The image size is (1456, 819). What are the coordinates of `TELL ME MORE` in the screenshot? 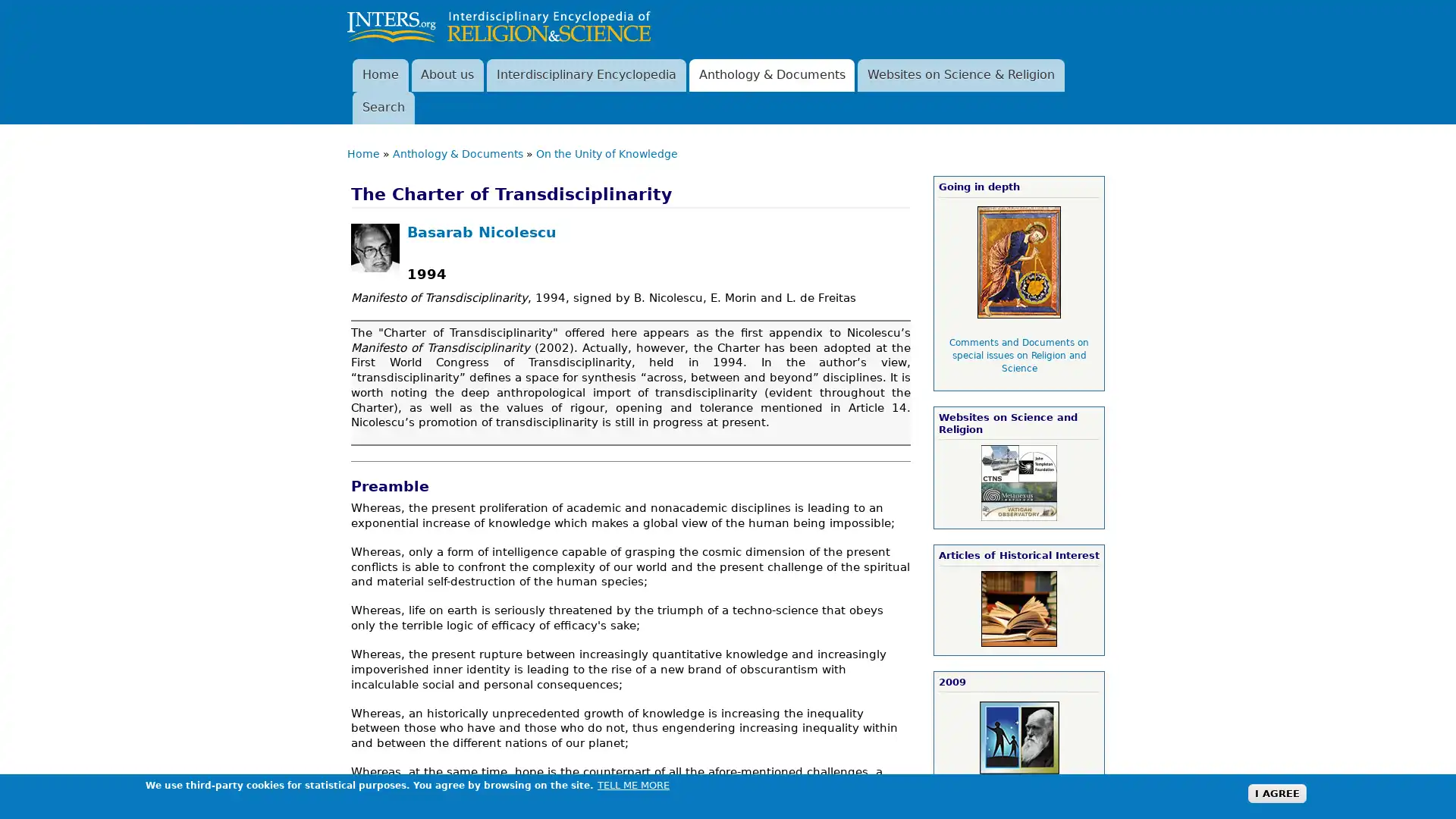 It's located at (633, 784).